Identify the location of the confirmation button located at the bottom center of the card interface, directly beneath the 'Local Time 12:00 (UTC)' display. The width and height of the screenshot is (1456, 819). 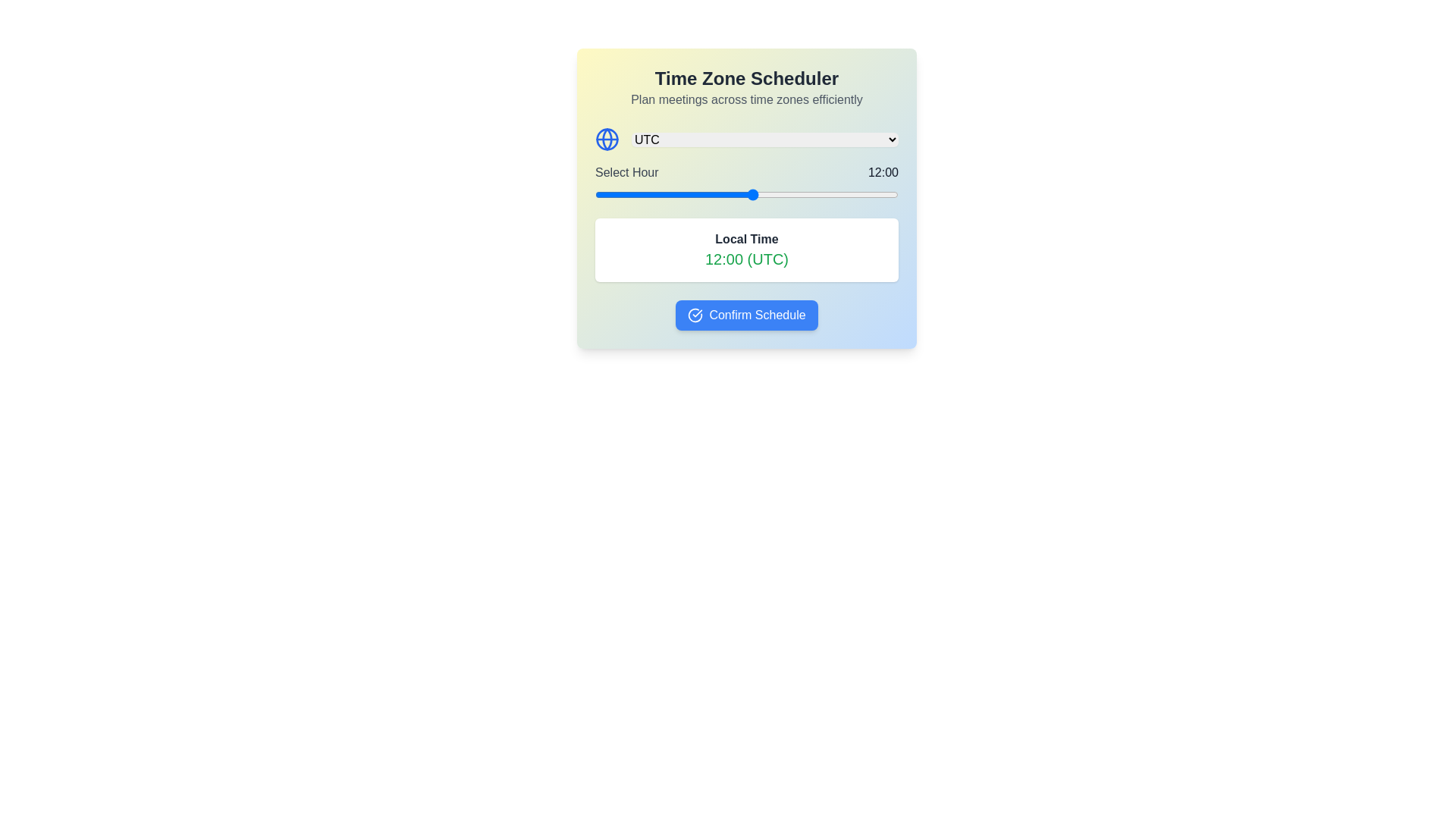
(746, 315).